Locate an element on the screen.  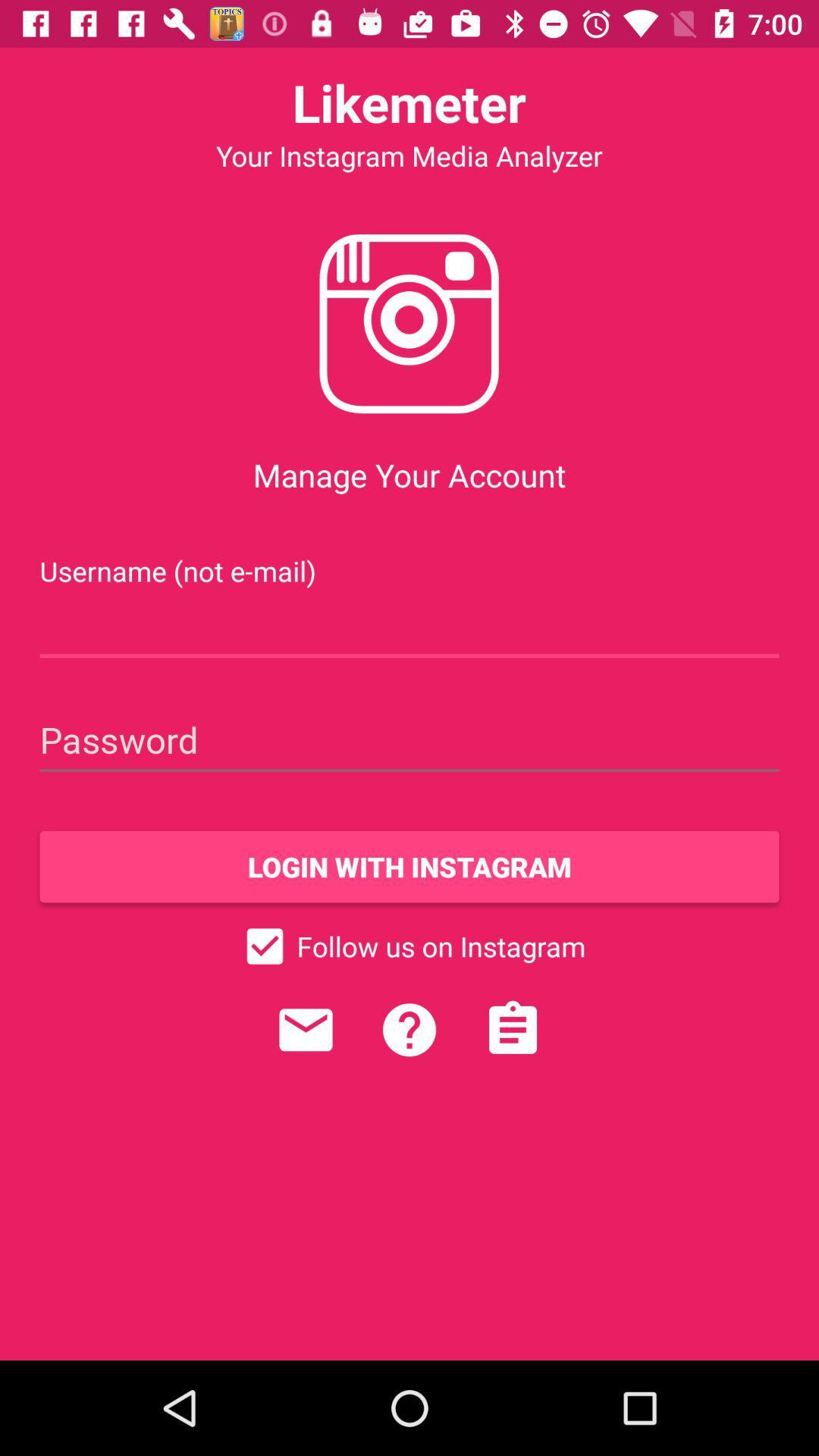
icon below the login with instagram item is located at coordinates (409, 946).